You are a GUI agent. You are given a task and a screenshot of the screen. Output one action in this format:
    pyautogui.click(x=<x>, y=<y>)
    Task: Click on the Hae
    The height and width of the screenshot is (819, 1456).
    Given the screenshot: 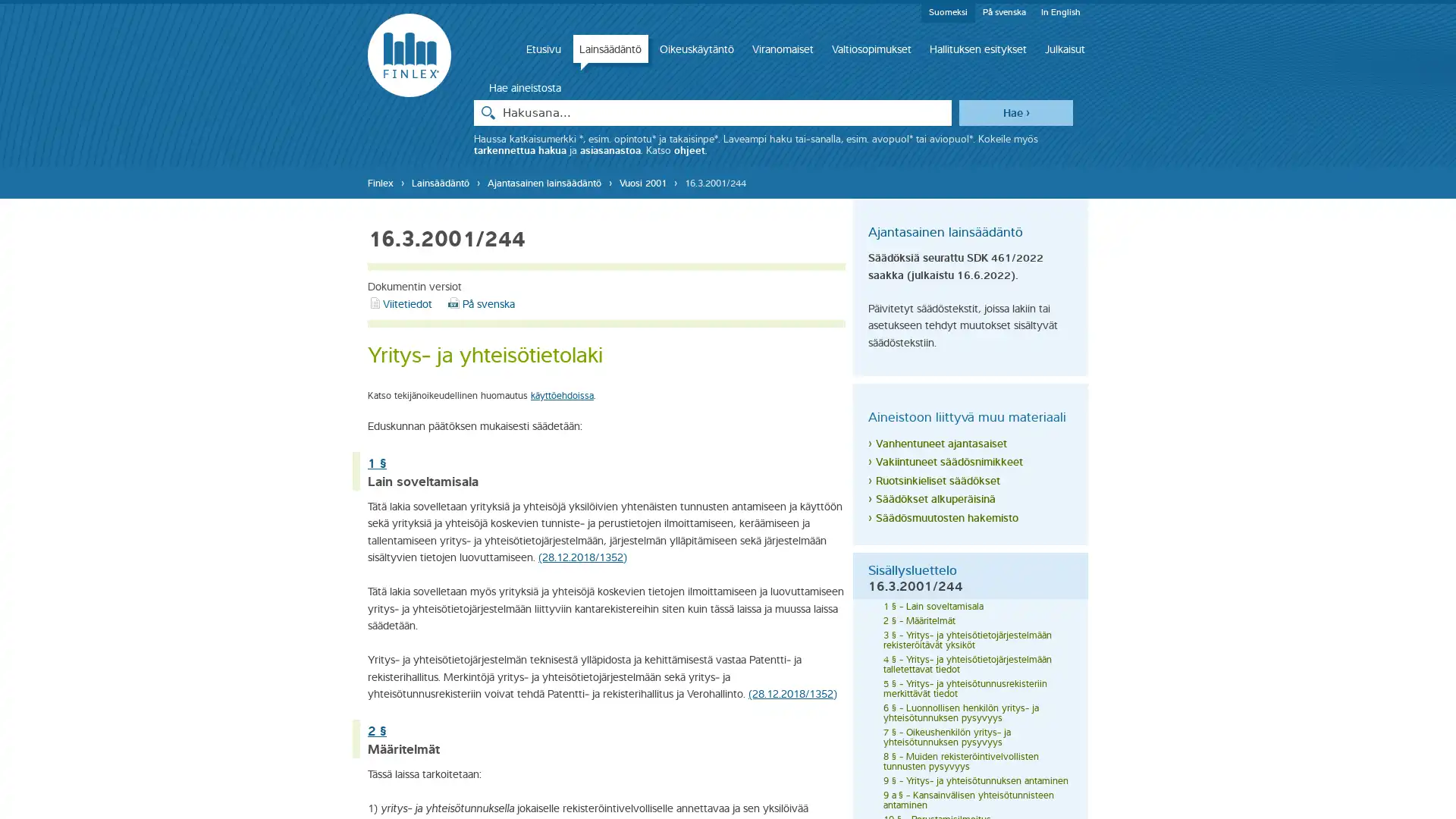 What is the action you would take?
    pyautogui.click(x=1015, y=111)
    